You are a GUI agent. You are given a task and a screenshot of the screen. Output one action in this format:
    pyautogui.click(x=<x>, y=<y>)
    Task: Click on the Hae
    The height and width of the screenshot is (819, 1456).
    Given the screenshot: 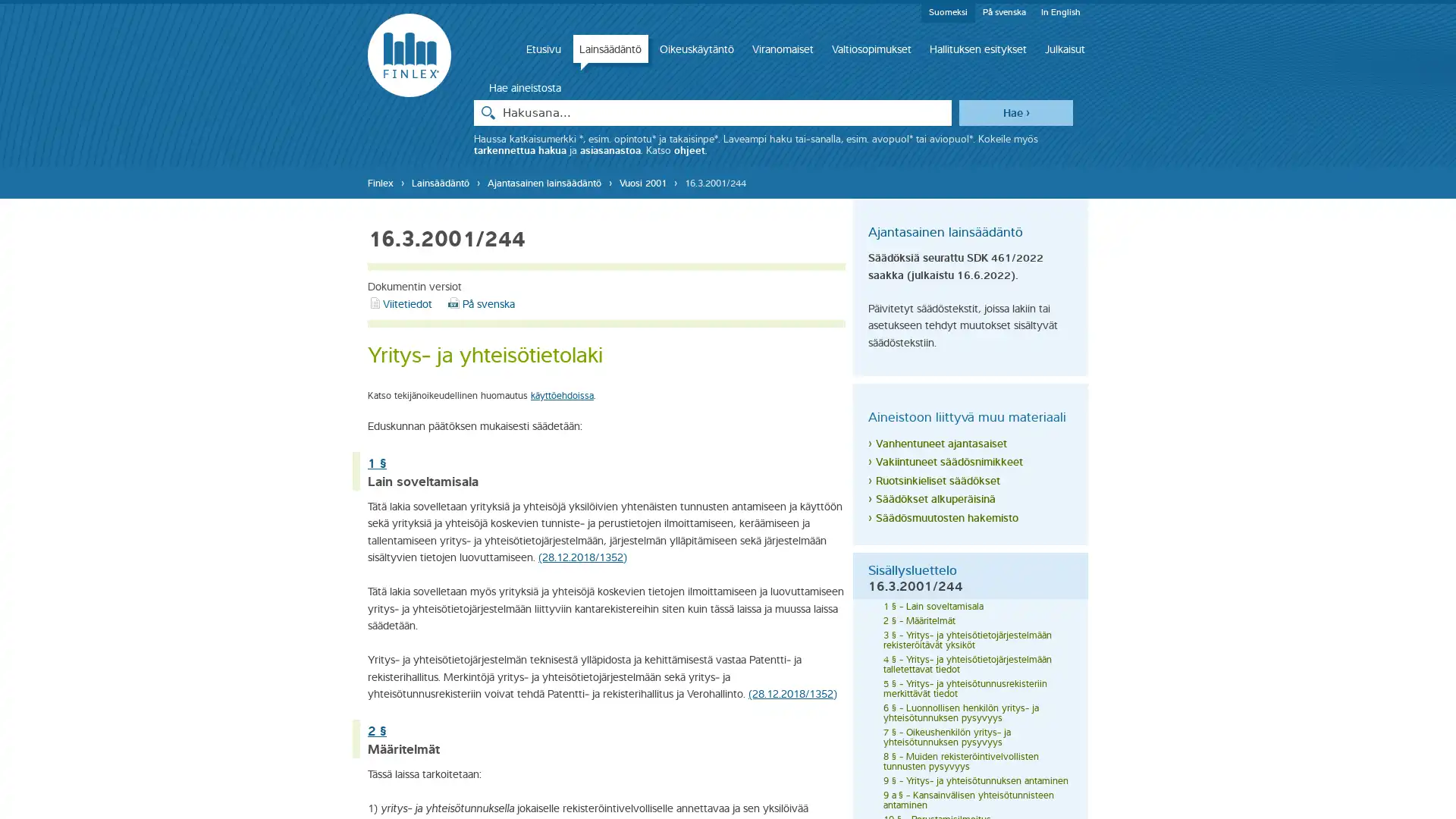 What is the action you would take?
    pyautogui.click(x=1015, y=111)
    